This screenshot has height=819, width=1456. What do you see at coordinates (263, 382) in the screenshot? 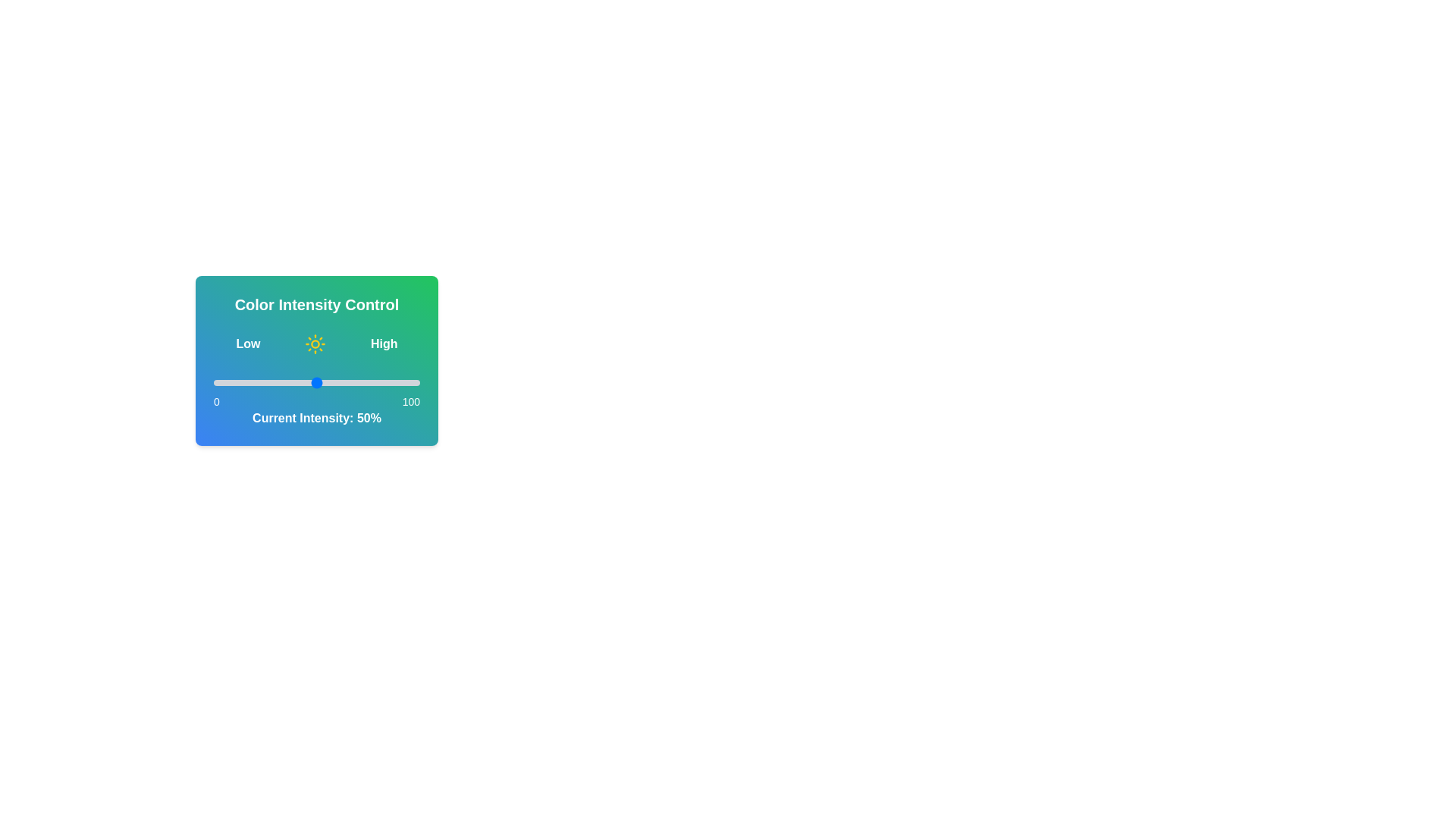
I see `the intensity value` at bounding box center [263, 382].